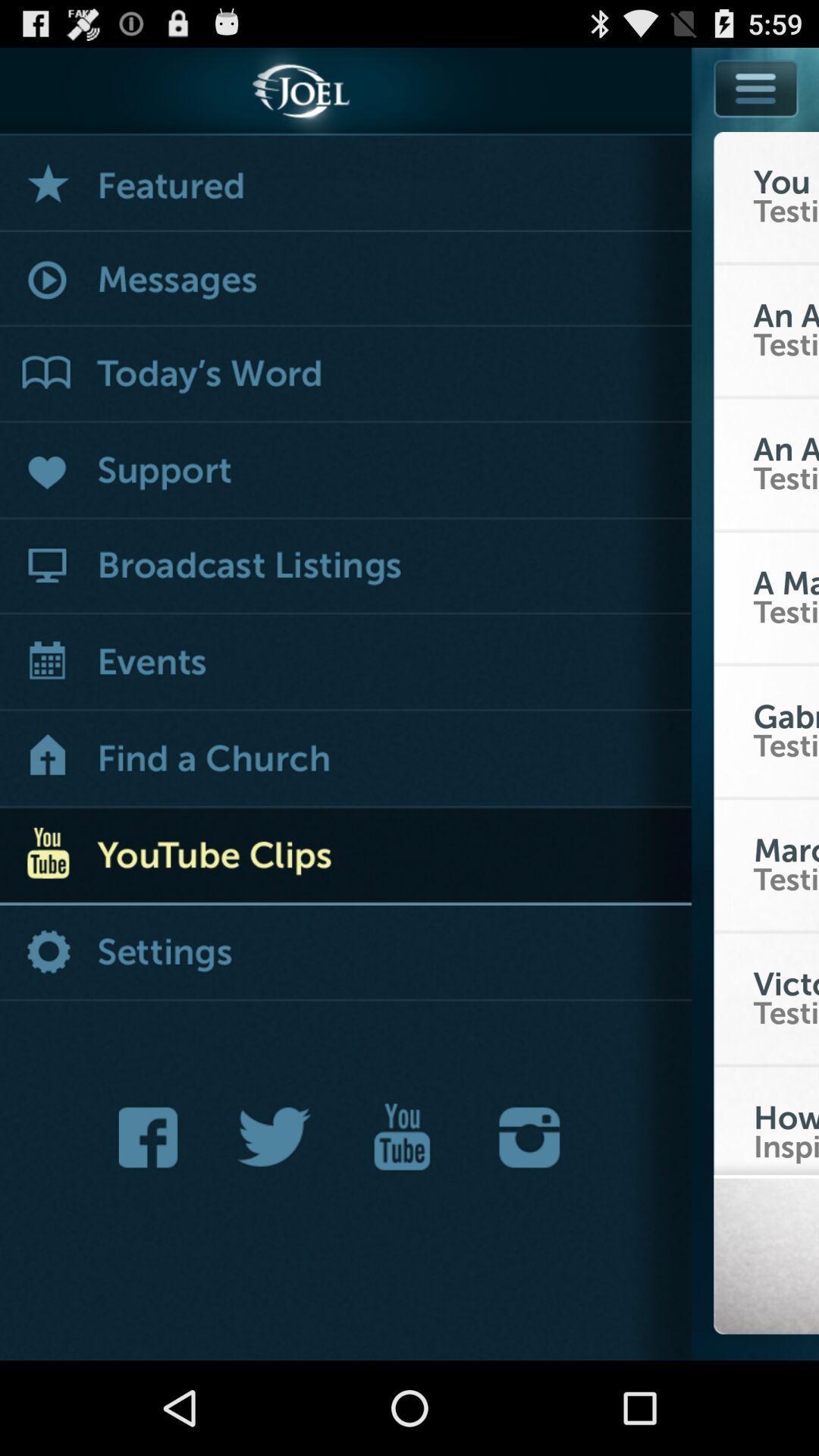  I want to click on lists of broadcasts, so click(345, 566).